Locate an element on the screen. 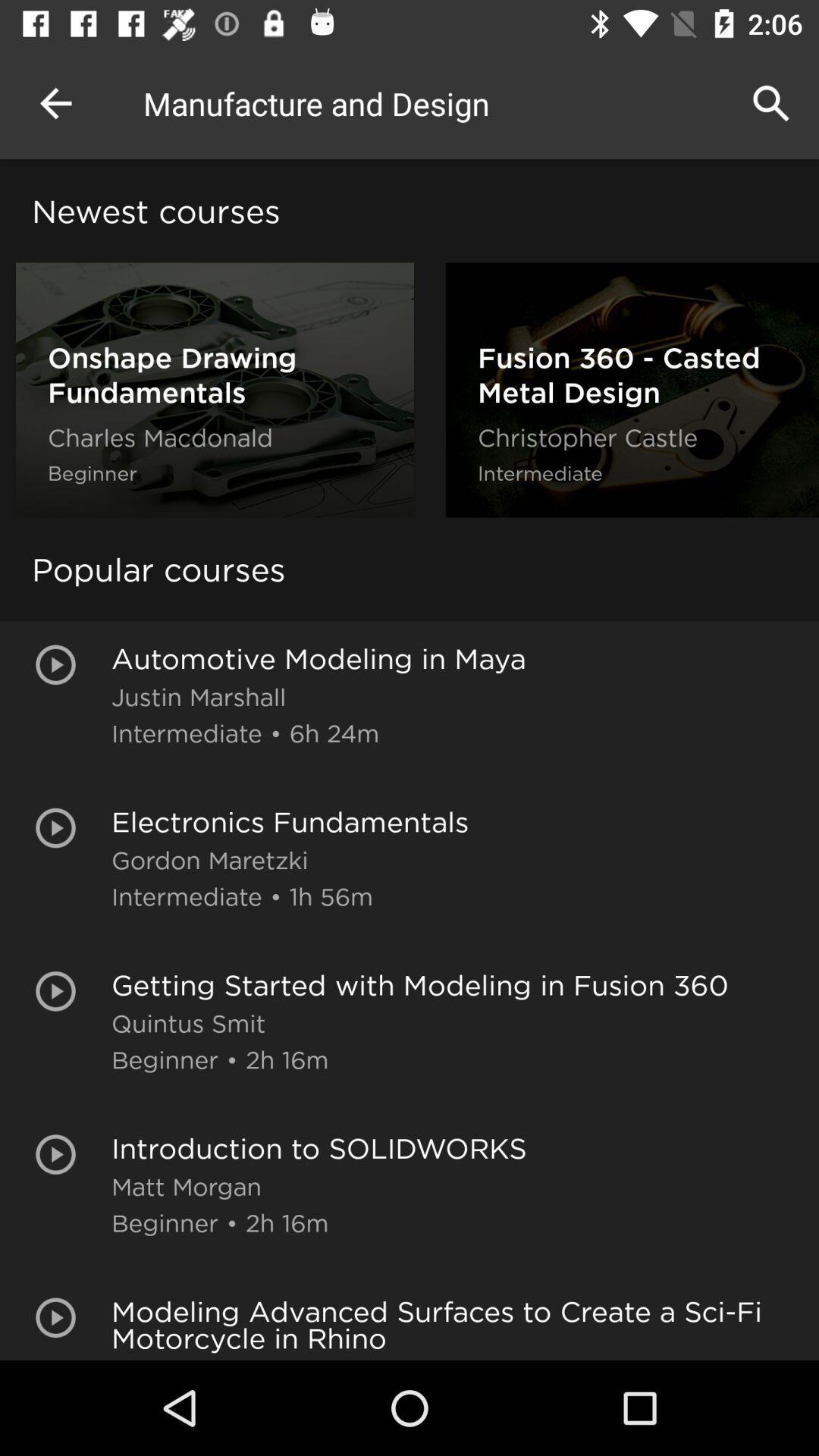 The image size is (819, 1456). the app to the right of manufacture and design icon is located at coordinates (771, 102).